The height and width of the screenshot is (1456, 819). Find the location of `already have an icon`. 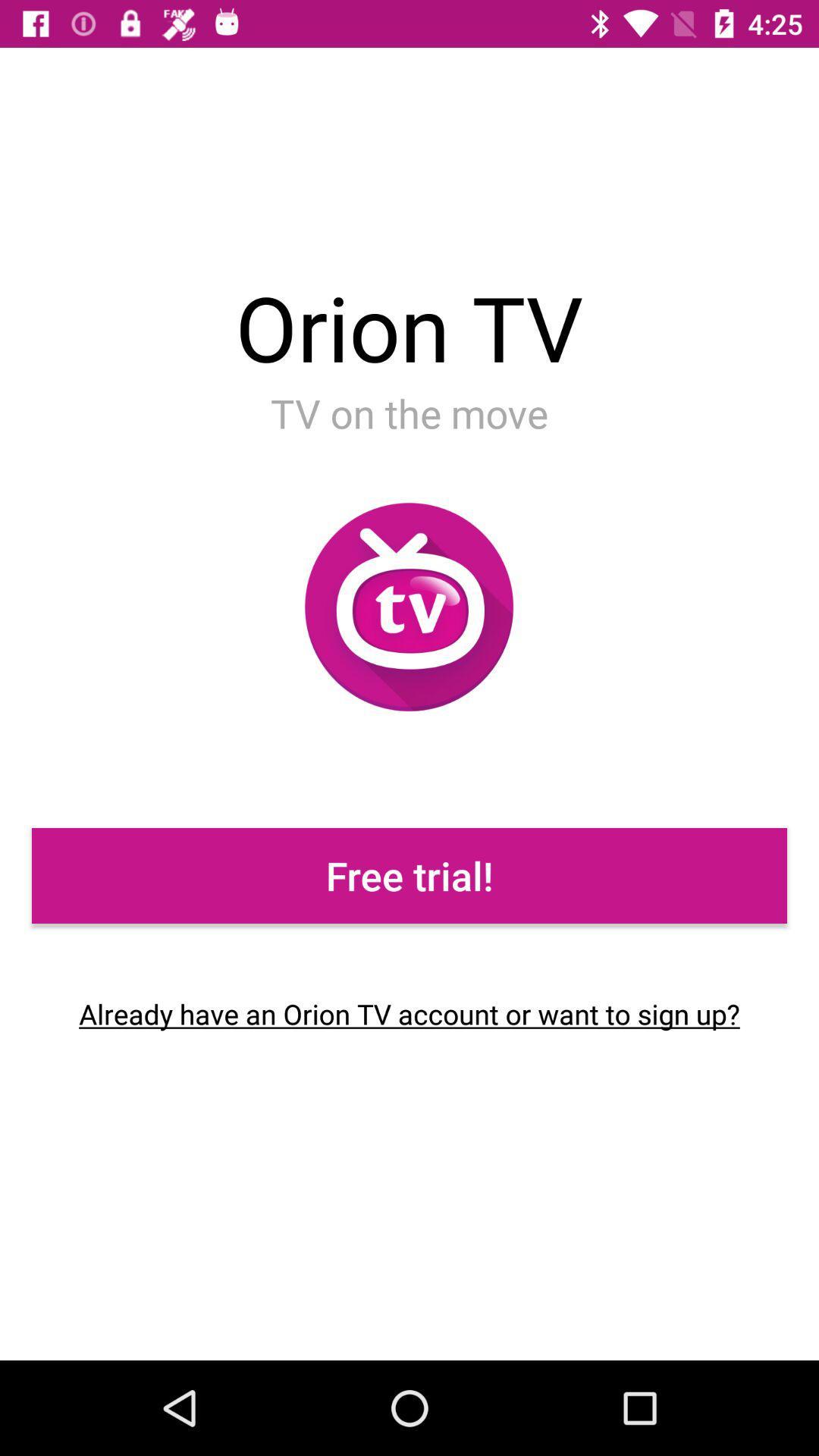

already have an icon is located at coordinates (409, 1014).